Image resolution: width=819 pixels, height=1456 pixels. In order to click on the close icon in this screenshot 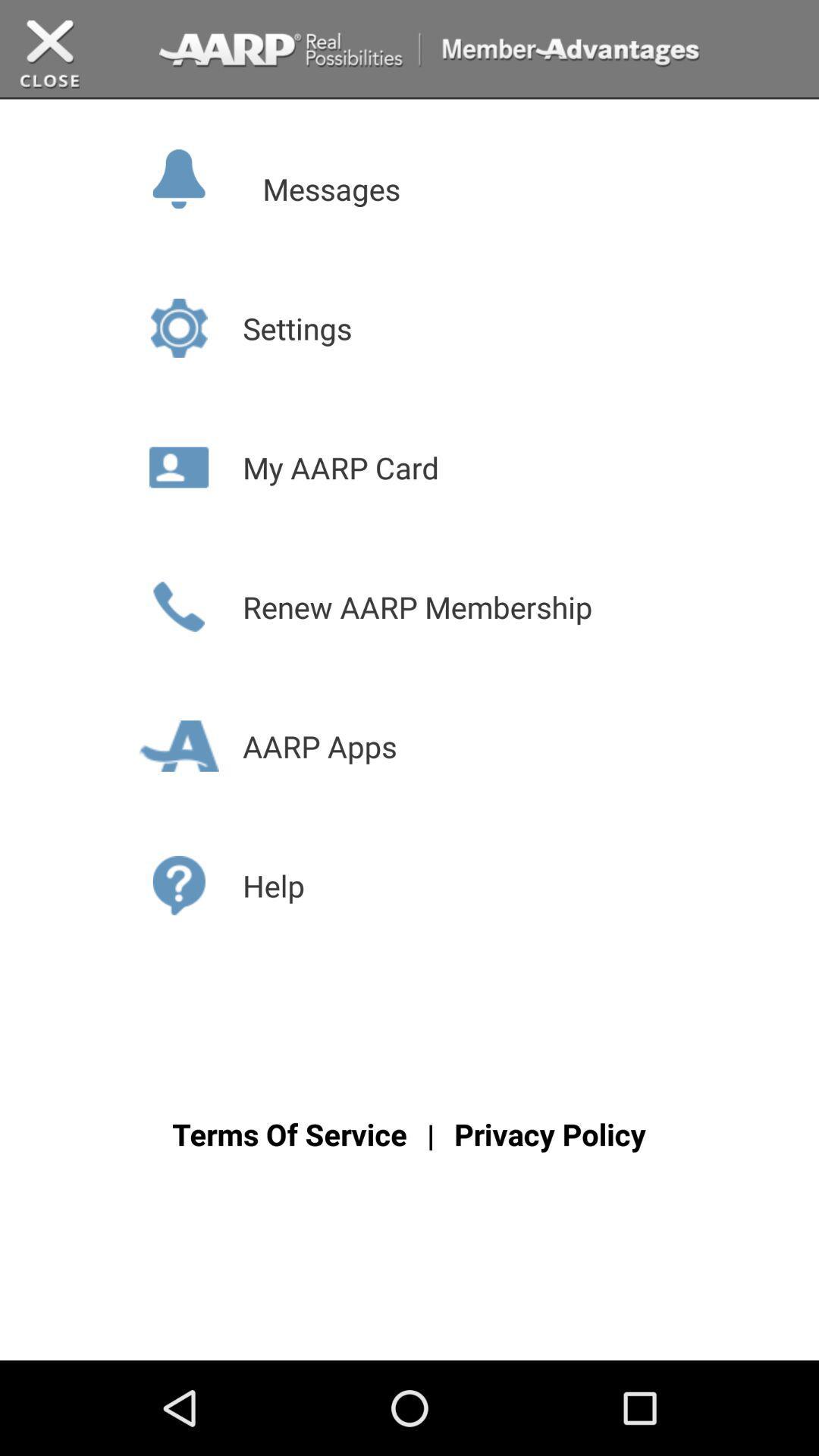, I will do `click(49, 58)`.